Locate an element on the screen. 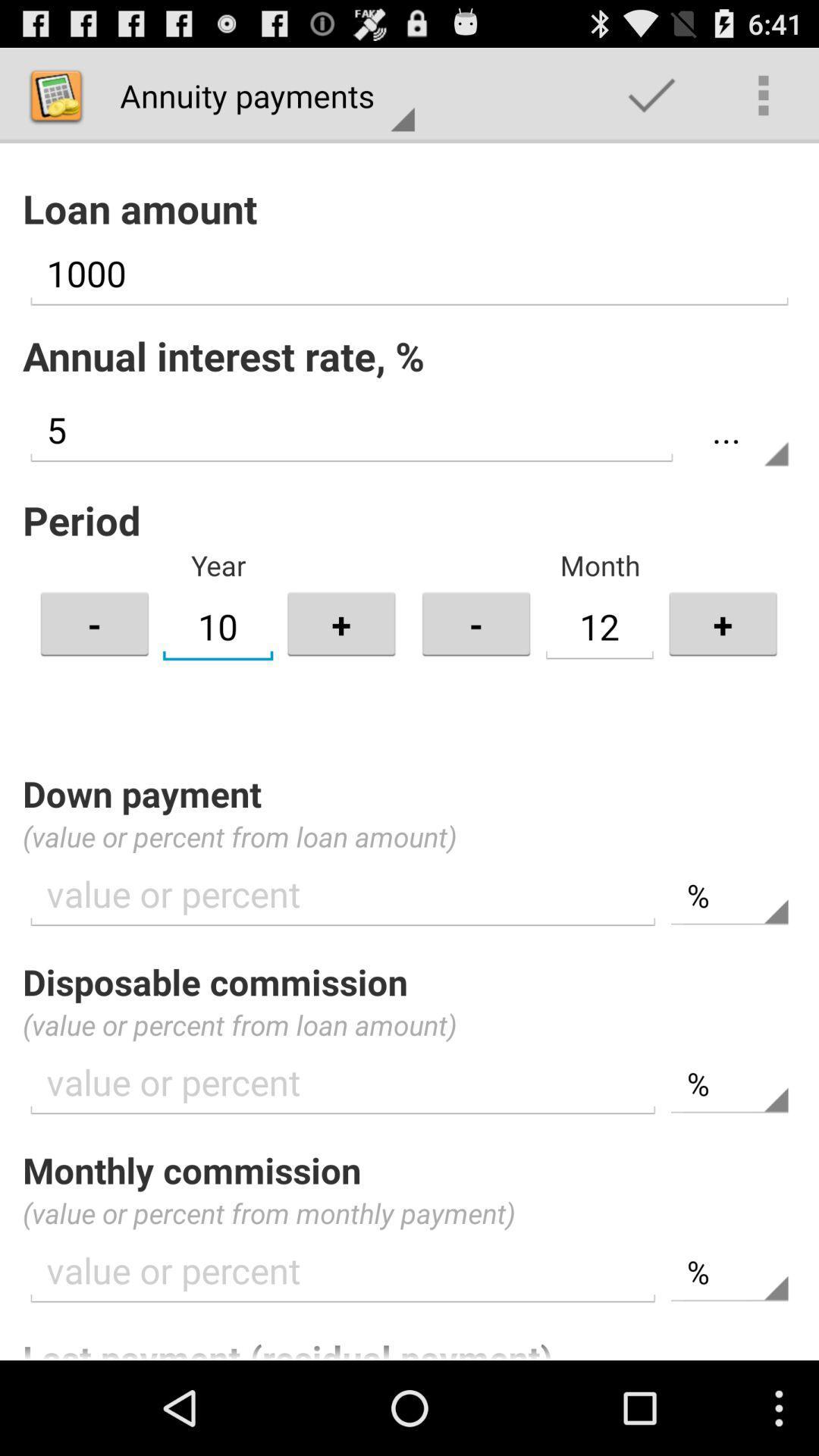  the button next to annuity payments is located at coordinates (651, 94).